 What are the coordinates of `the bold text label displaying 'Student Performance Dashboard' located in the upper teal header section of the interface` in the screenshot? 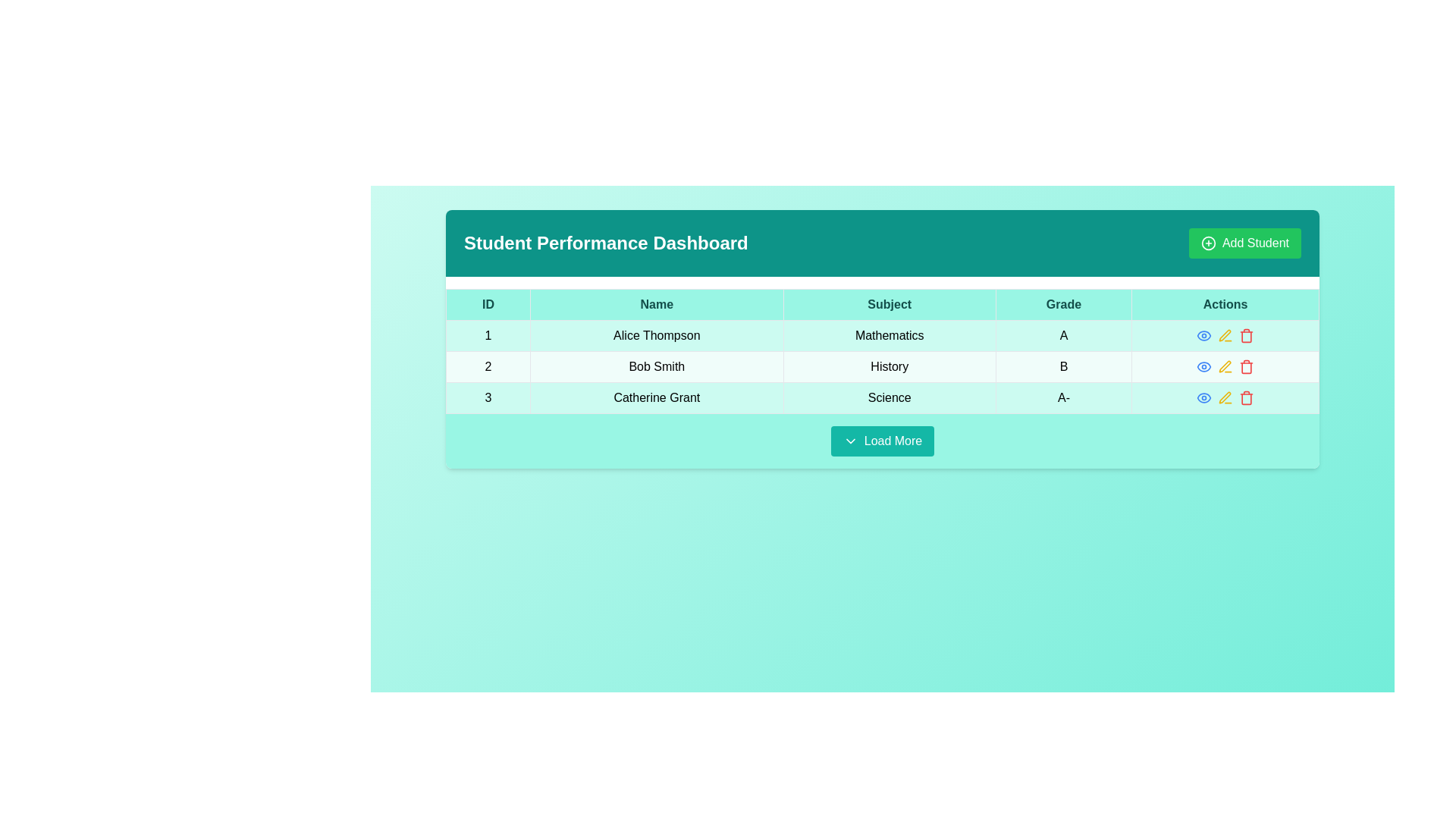 It's located at (605, 242).